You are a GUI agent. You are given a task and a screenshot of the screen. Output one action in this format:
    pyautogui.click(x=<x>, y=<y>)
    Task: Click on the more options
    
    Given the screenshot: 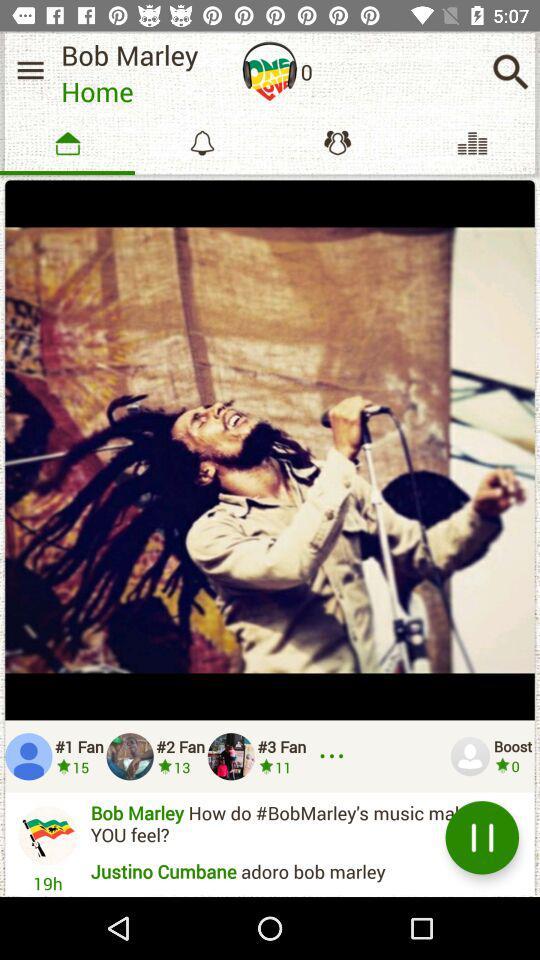 What is the action you would take?
    pyautogui.click(x=335, y=755)
    